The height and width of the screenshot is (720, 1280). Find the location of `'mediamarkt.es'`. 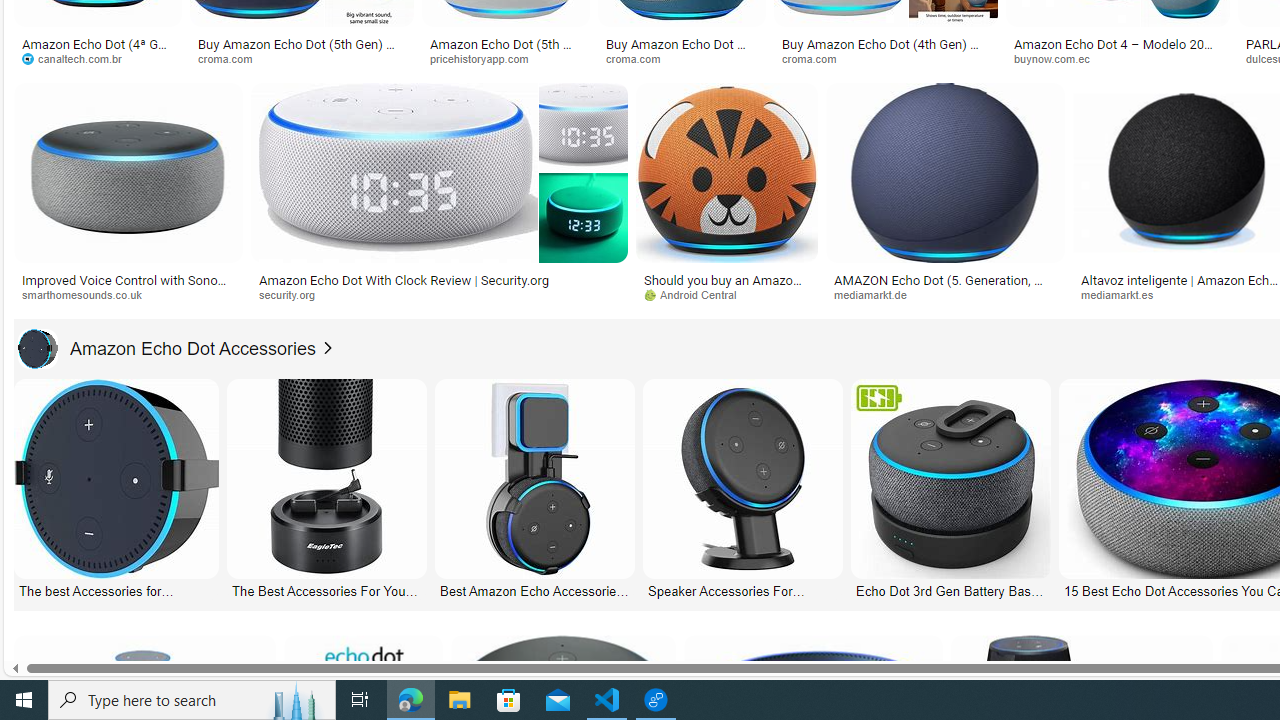

'mediamarkt.es' is located at coordinates (1124, 294).